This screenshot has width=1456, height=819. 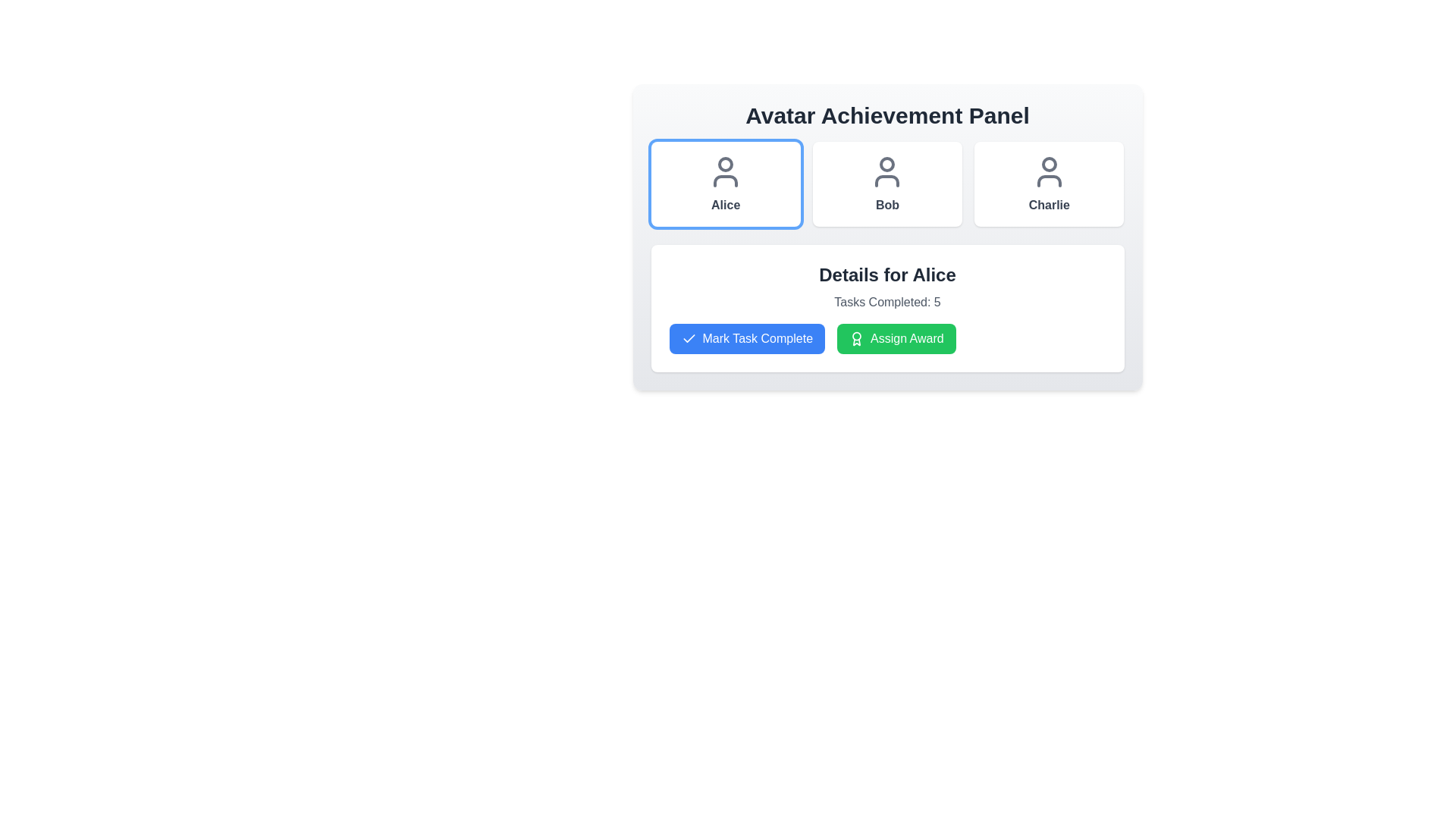 I want to click on the user avatar icon representing Alice, which is located in the top row of the Avatar Achievement Panel above the text label 'Alice', so click(x=725, y=171).